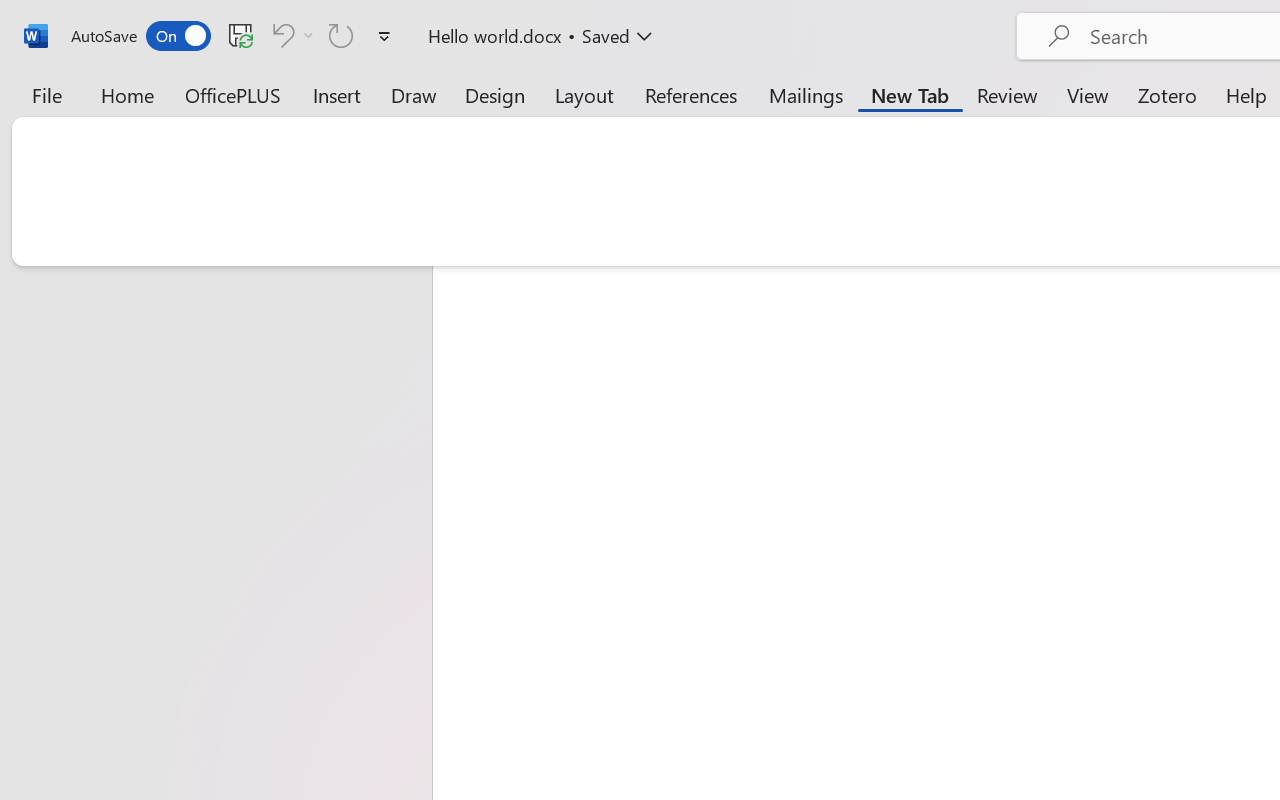 This screenshot has height=800, width=1280. I want to click on 'File Tab', so click(46, 94).